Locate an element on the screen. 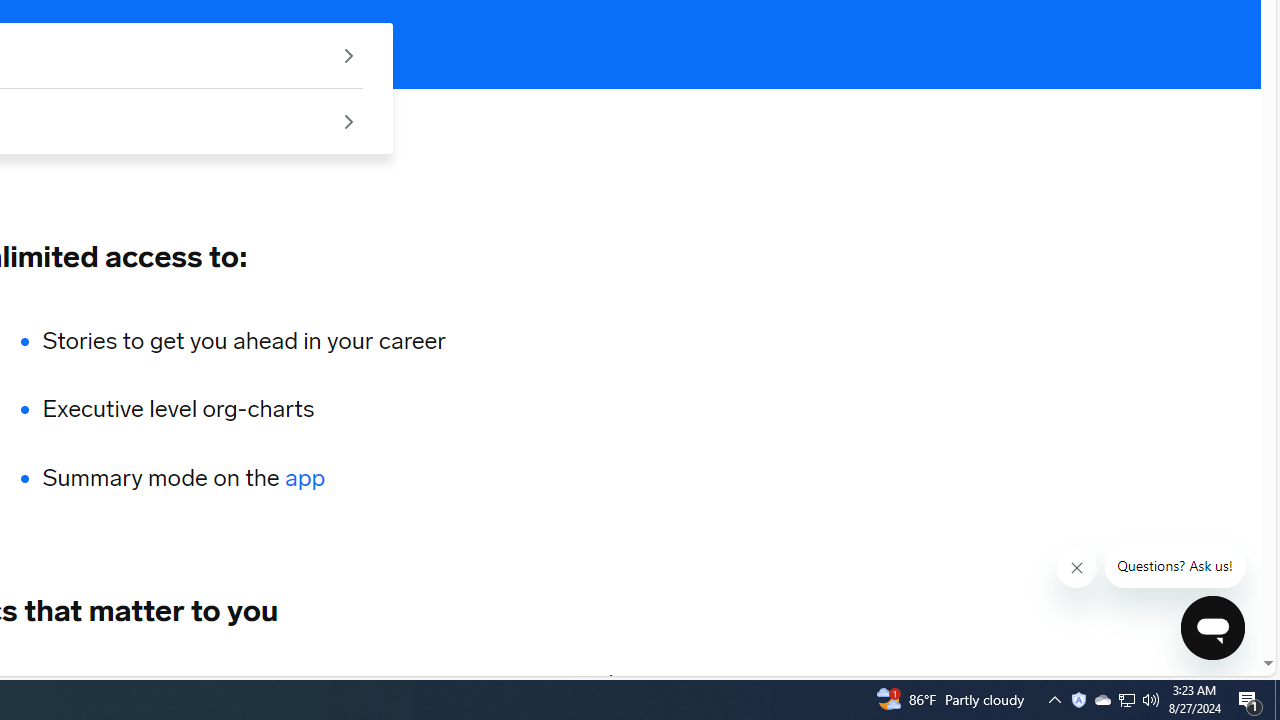  'Class: sc-1uf0igr-1 fjHZYk' is located at coordinates (1076, 568).